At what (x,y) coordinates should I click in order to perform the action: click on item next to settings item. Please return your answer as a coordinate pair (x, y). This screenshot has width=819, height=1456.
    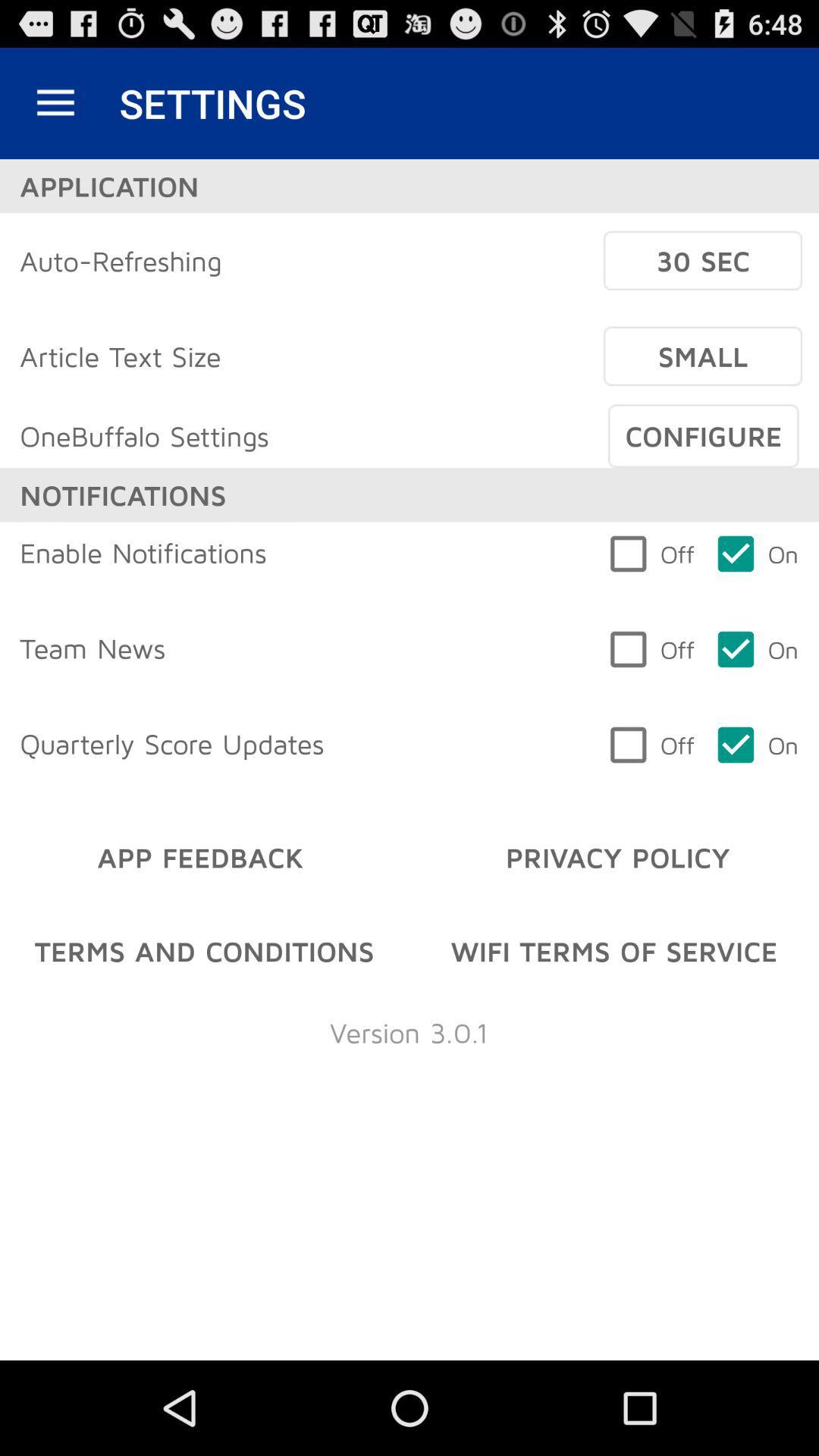
    Looking at the image, I should click on (55, 102).